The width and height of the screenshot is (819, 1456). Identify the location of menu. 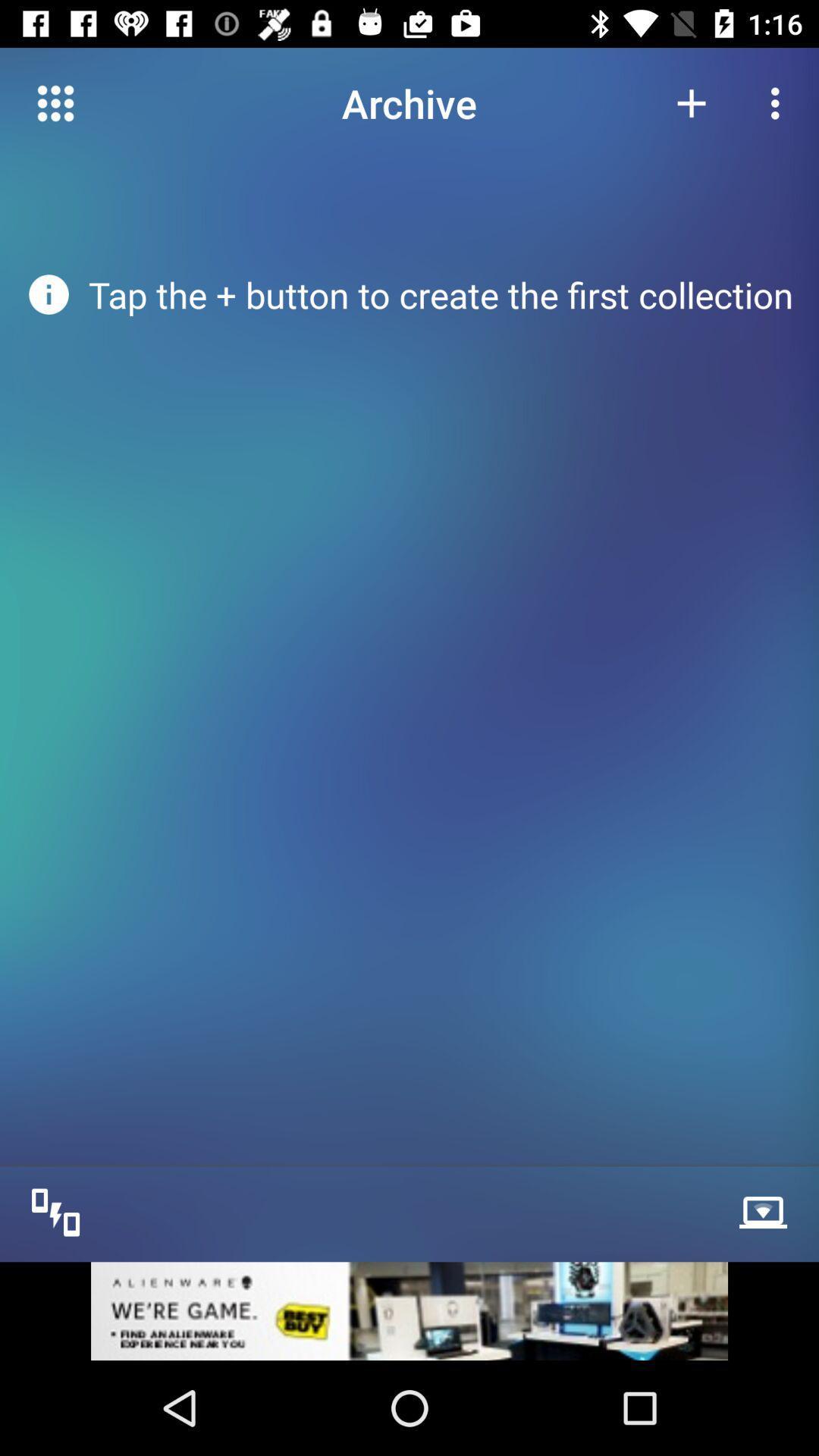
(55, 102).